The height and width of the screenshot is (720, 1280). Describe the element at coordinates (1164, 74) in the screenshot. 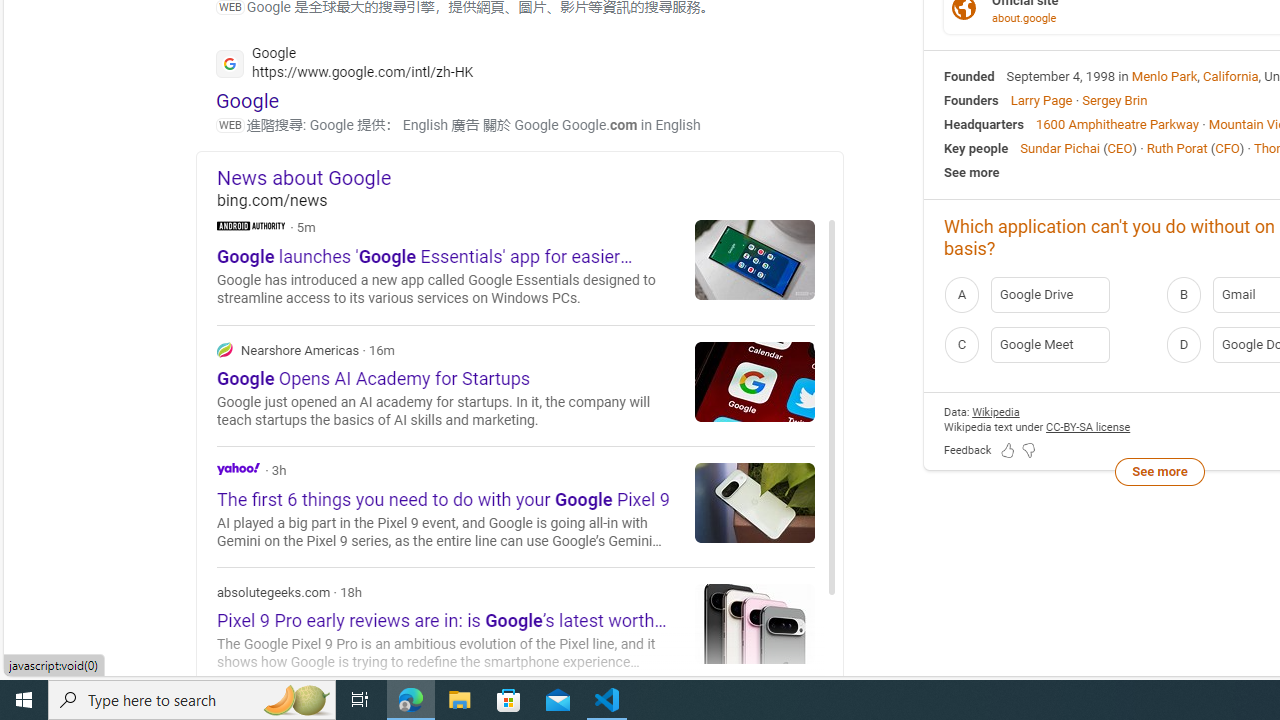

I see `'Menlo Park'` at that location.